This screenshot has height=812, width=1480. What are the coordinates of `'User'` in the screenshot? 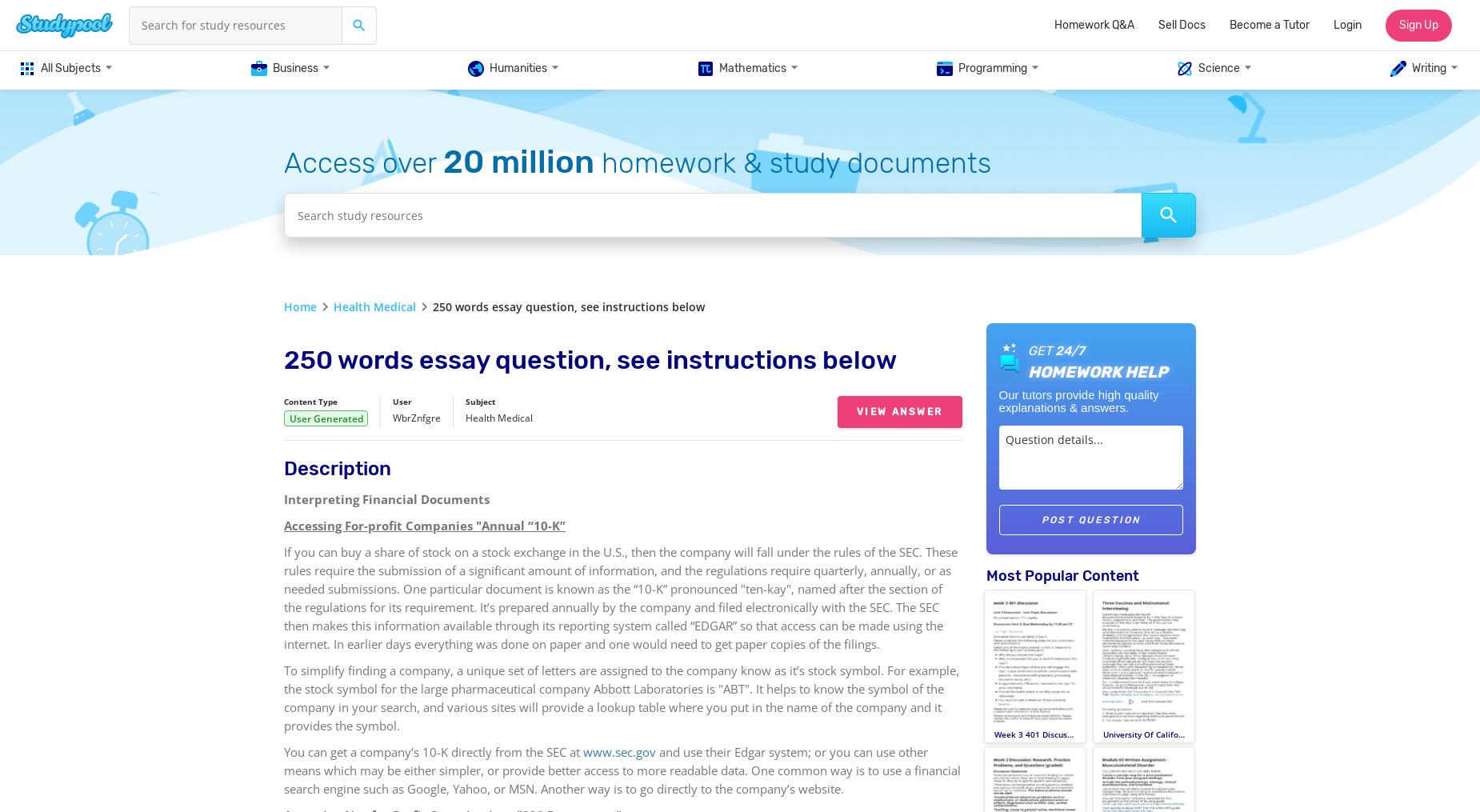 It's located at (402, 401).